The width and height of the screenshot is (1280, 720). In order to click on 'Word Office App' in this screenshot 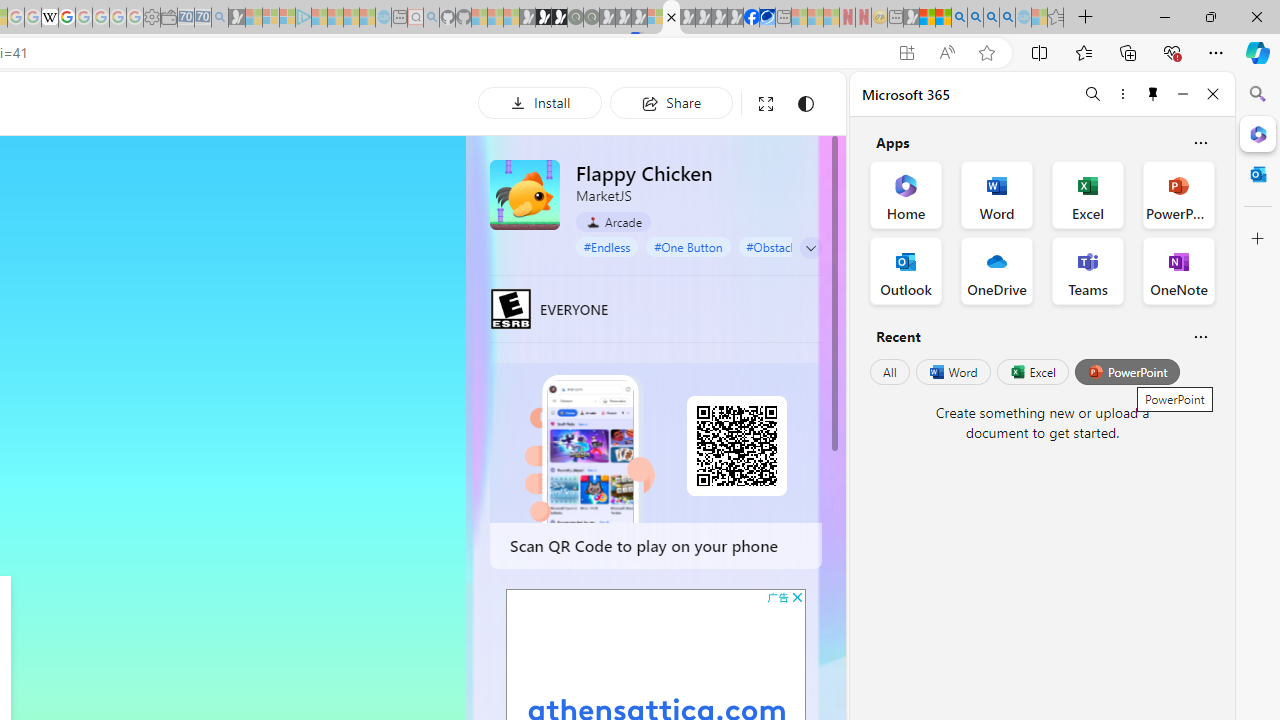, I will do `click(997, 195)`.